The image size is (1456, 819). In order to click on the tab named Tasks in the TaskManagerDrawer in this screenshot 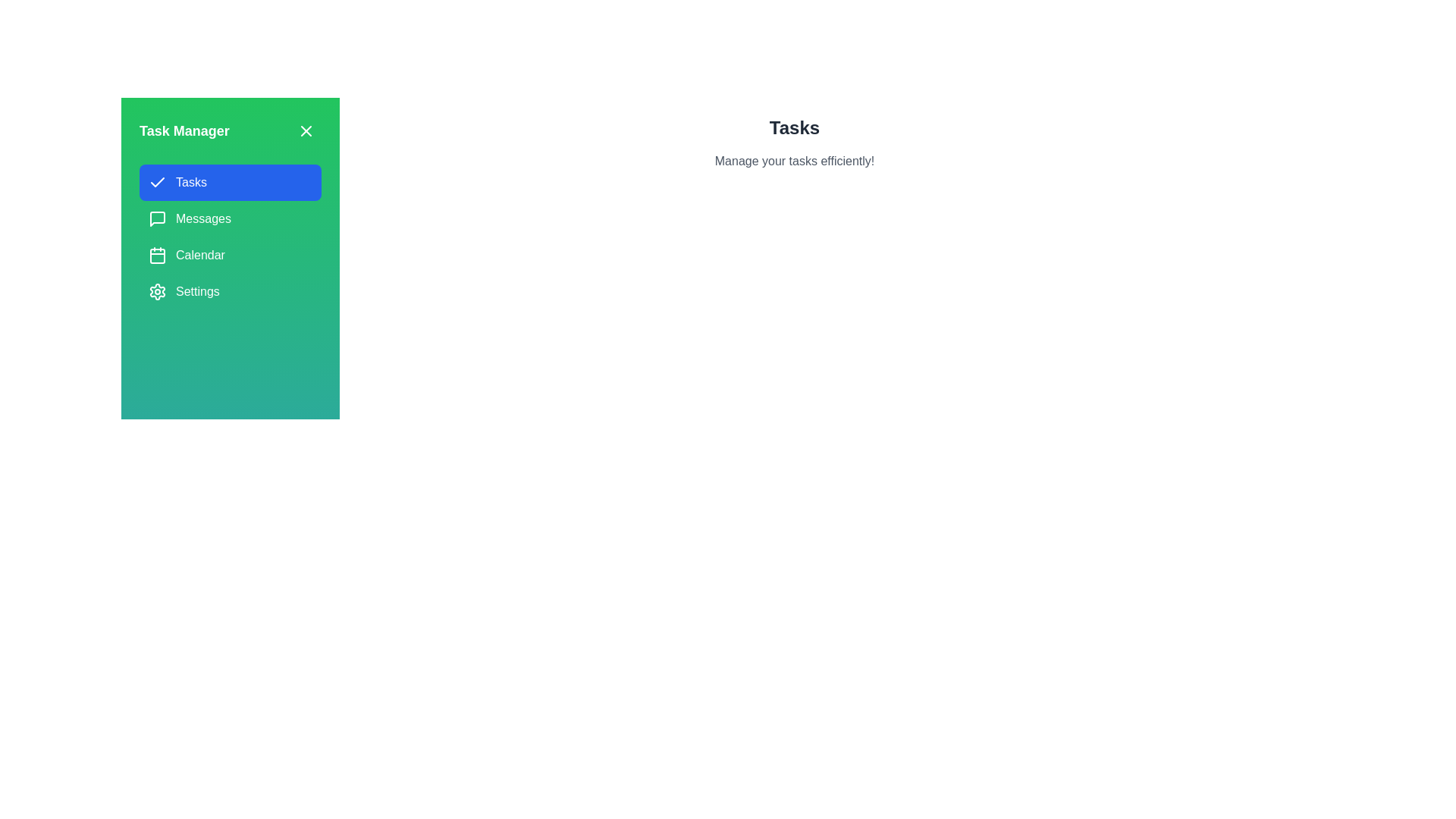, I will do `click(229, 181)`.